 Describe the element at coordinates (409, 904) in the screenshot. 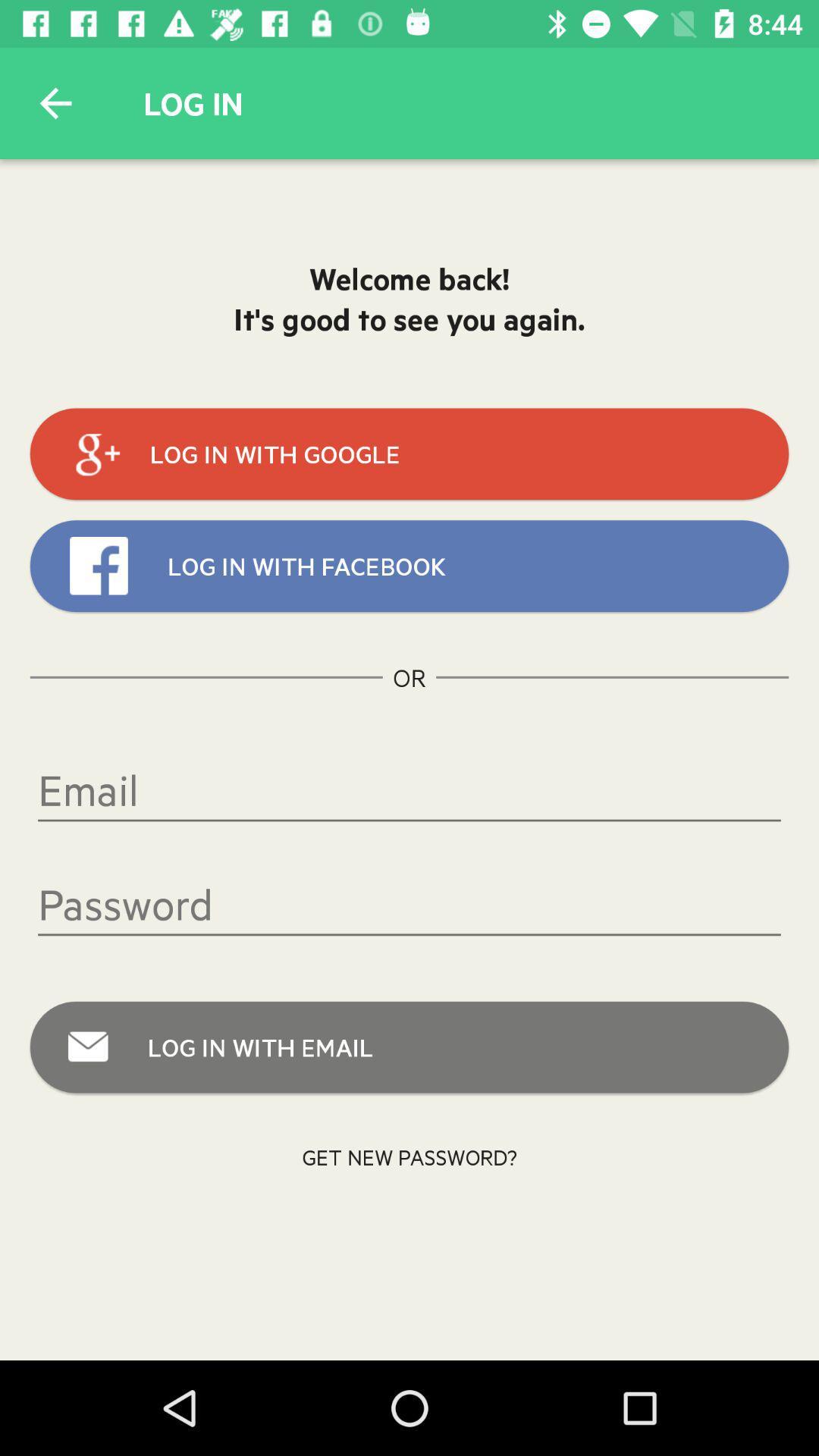

I see `icon above log in with icon` at that location.